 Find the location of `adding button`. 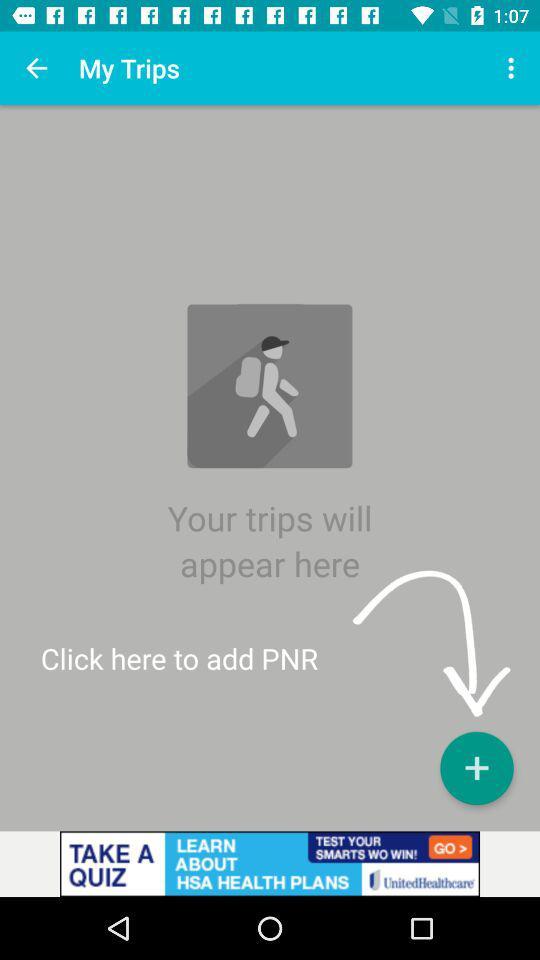

adding button is located at coordinates (475, 767).